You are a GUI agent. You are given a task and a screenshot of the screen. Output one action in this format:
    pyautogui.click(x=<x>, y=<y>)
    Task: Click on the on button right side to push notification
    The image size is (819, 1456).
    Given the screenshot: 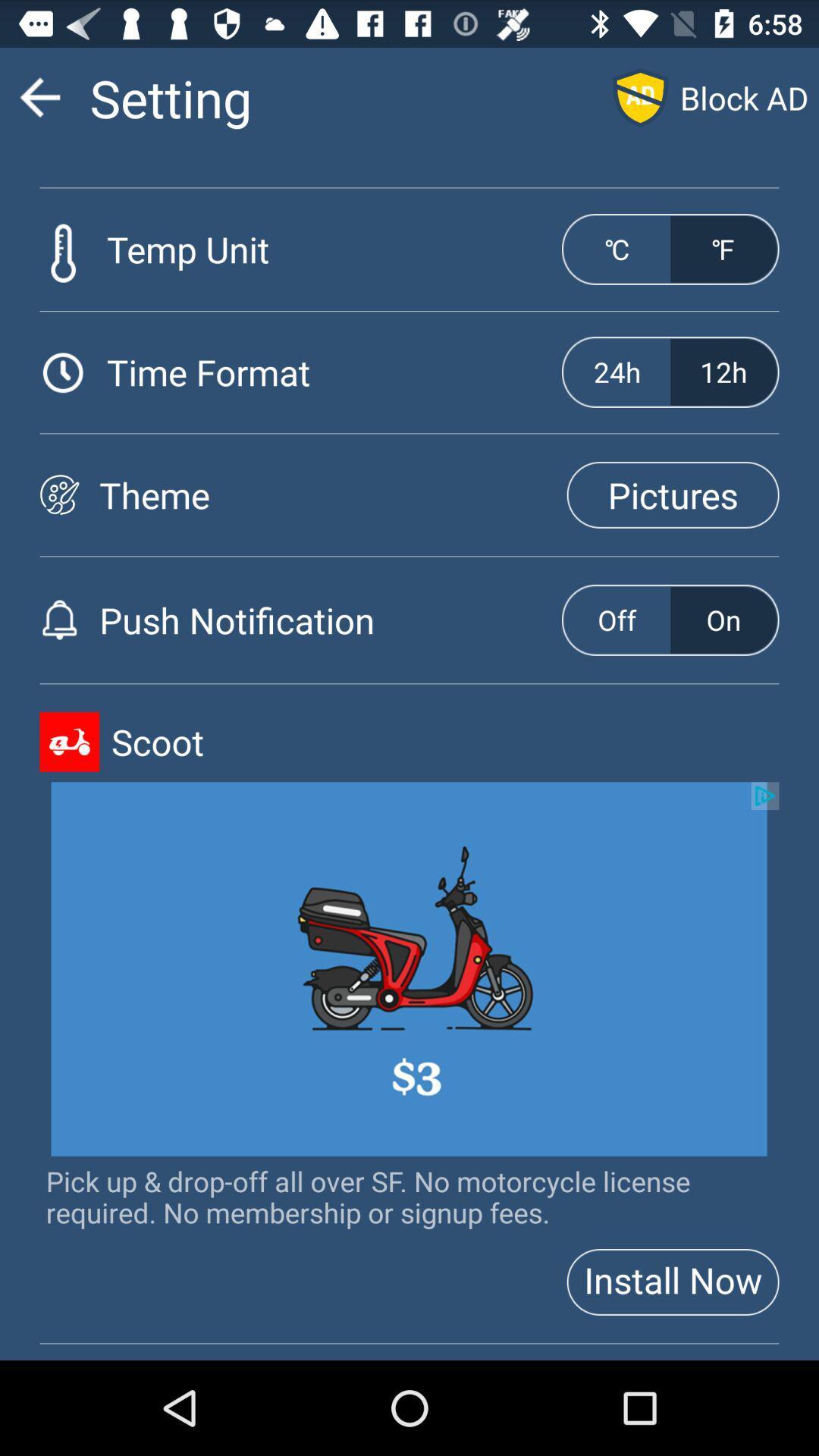 What is the action you would take?
    pyautogui.click(x=723, y=620)
    